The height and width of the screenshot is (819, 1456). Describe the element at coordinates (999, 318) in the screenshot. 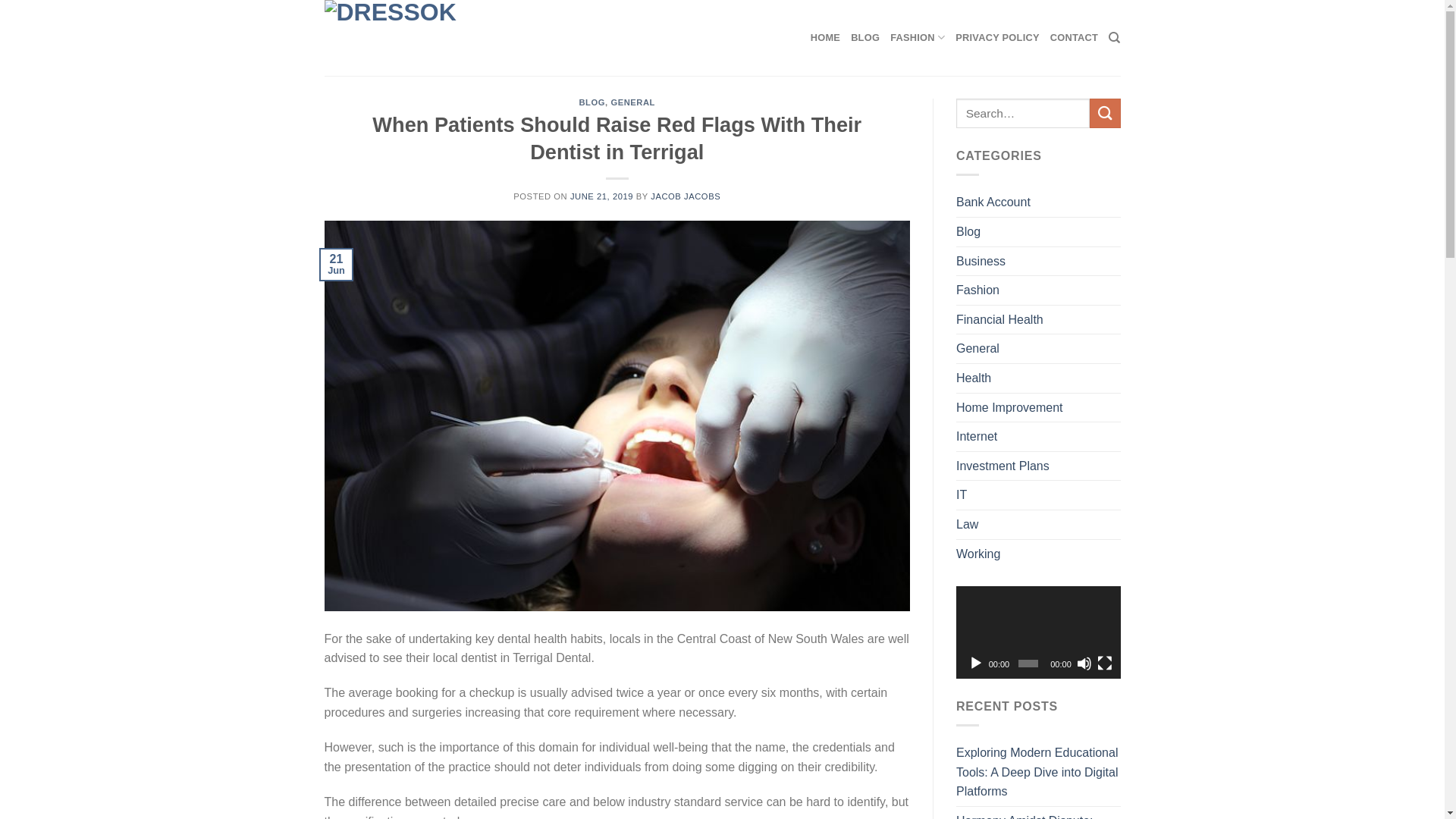

I see `'Financial Health'` at that location.